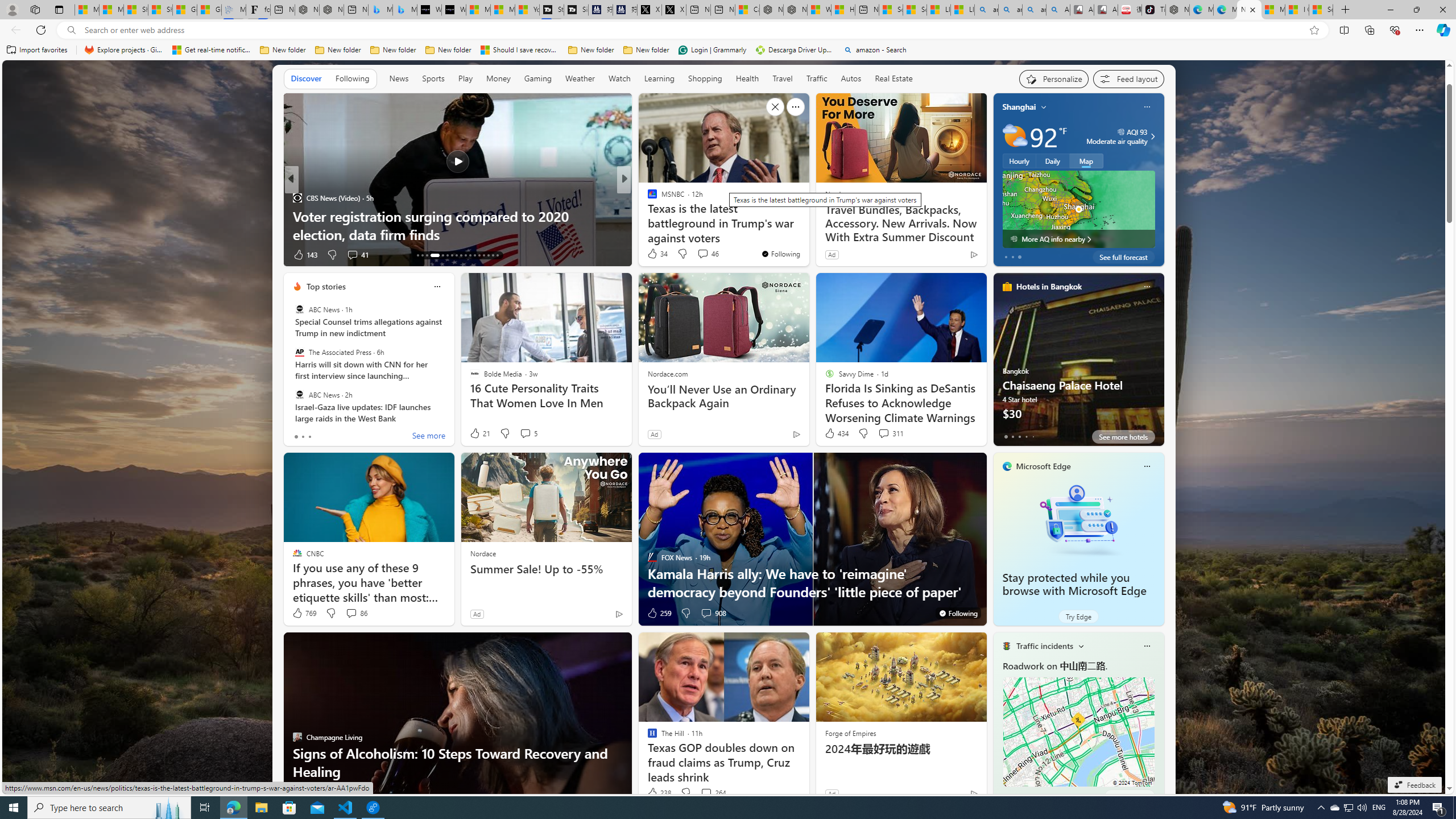 The width and height of the screenshot is (1456, 819). Describe the element at coordinates (705, 254) in the screenshot. I see `'View comments 6 Comment'` at that location.